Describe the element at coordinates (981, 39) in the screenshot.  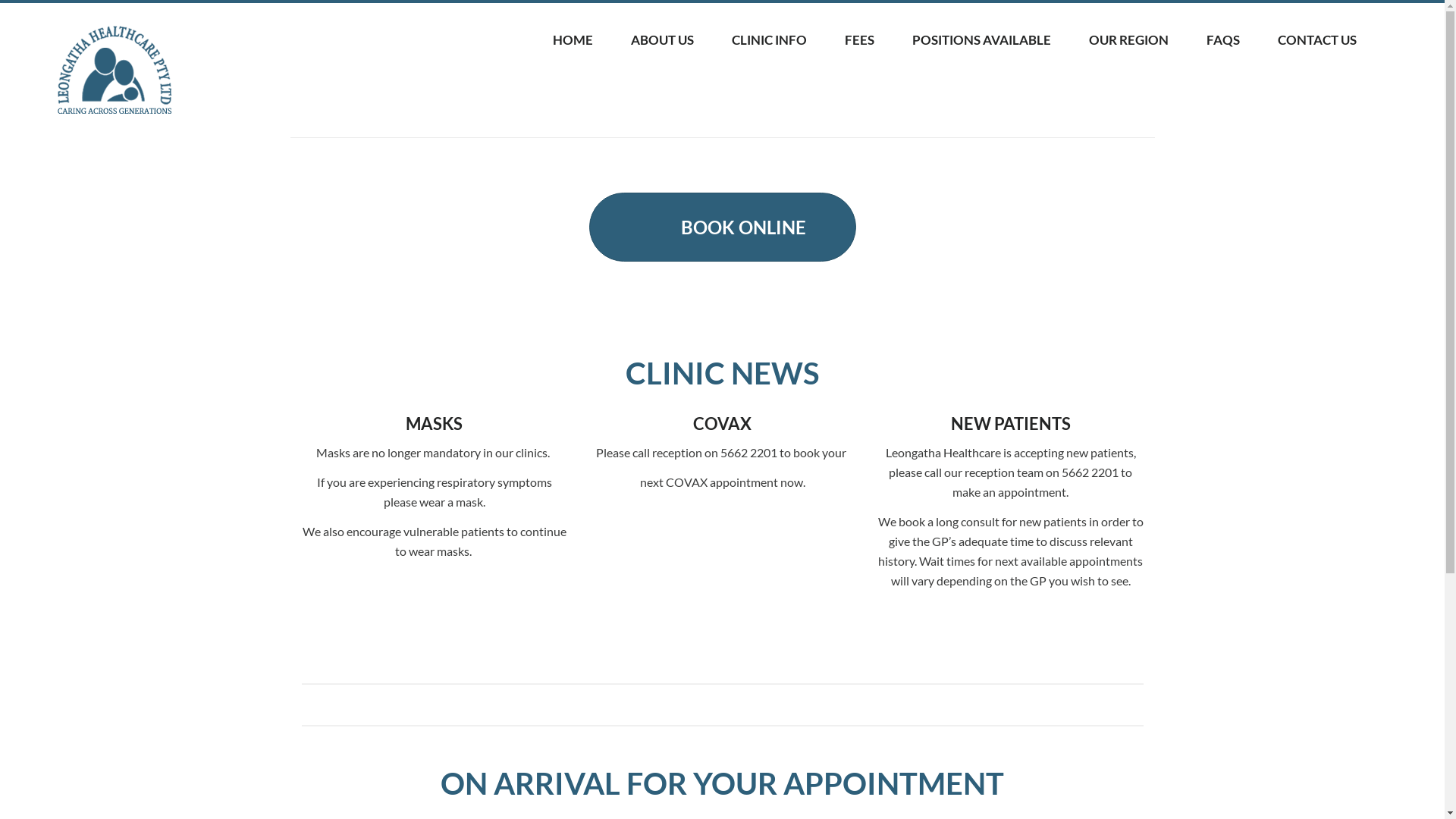
I see `'POSITIONS AVAILABLE'` at that location.